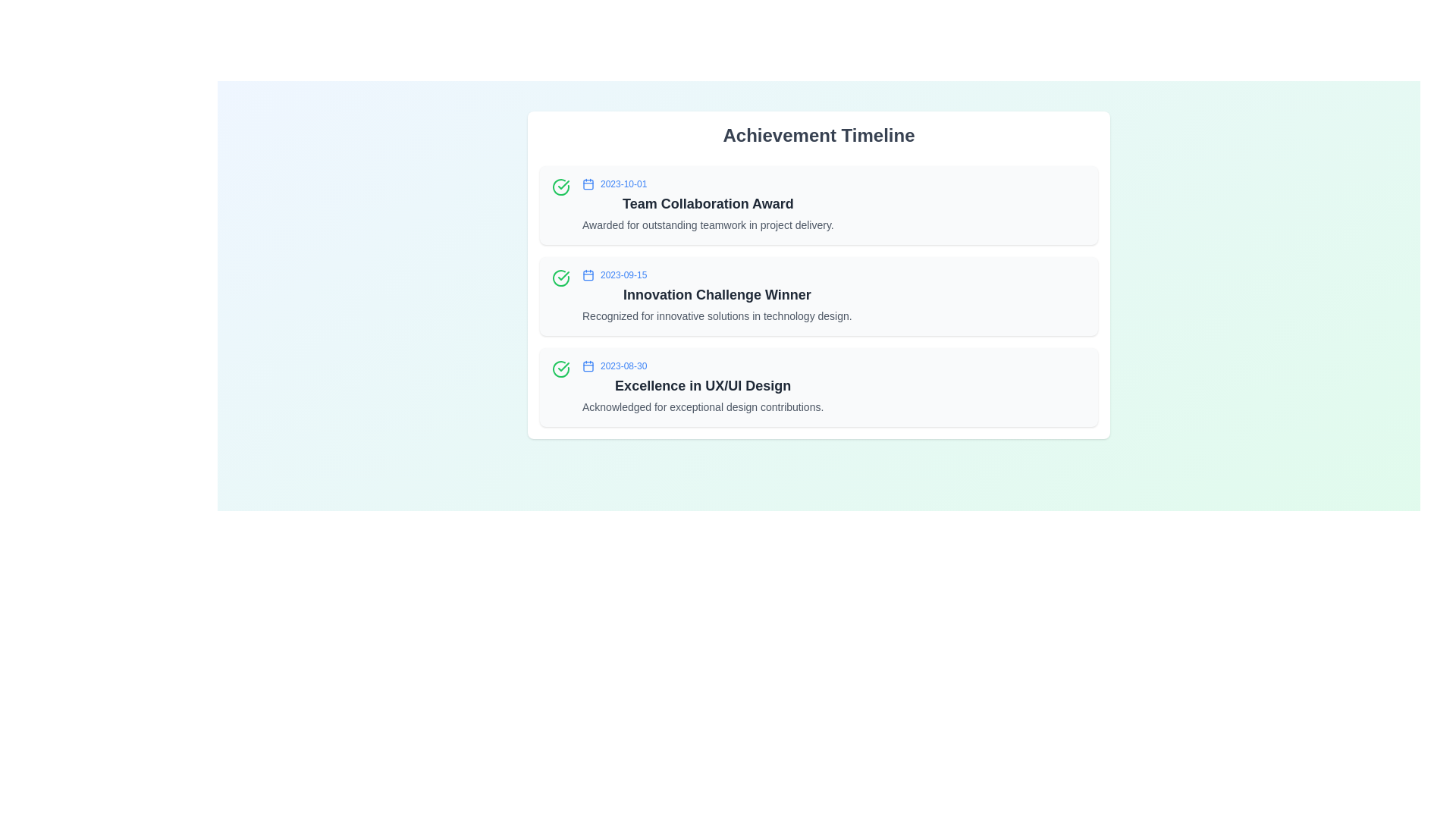 Image resolution: width=1456 pixels, height=819 pixels. I want to click on the detailed acknowledgment text for the achievement titled 'Excellence in UX/UI Design', positioned beneath the title in the third achievement item on the timeline, so click(702, 406).